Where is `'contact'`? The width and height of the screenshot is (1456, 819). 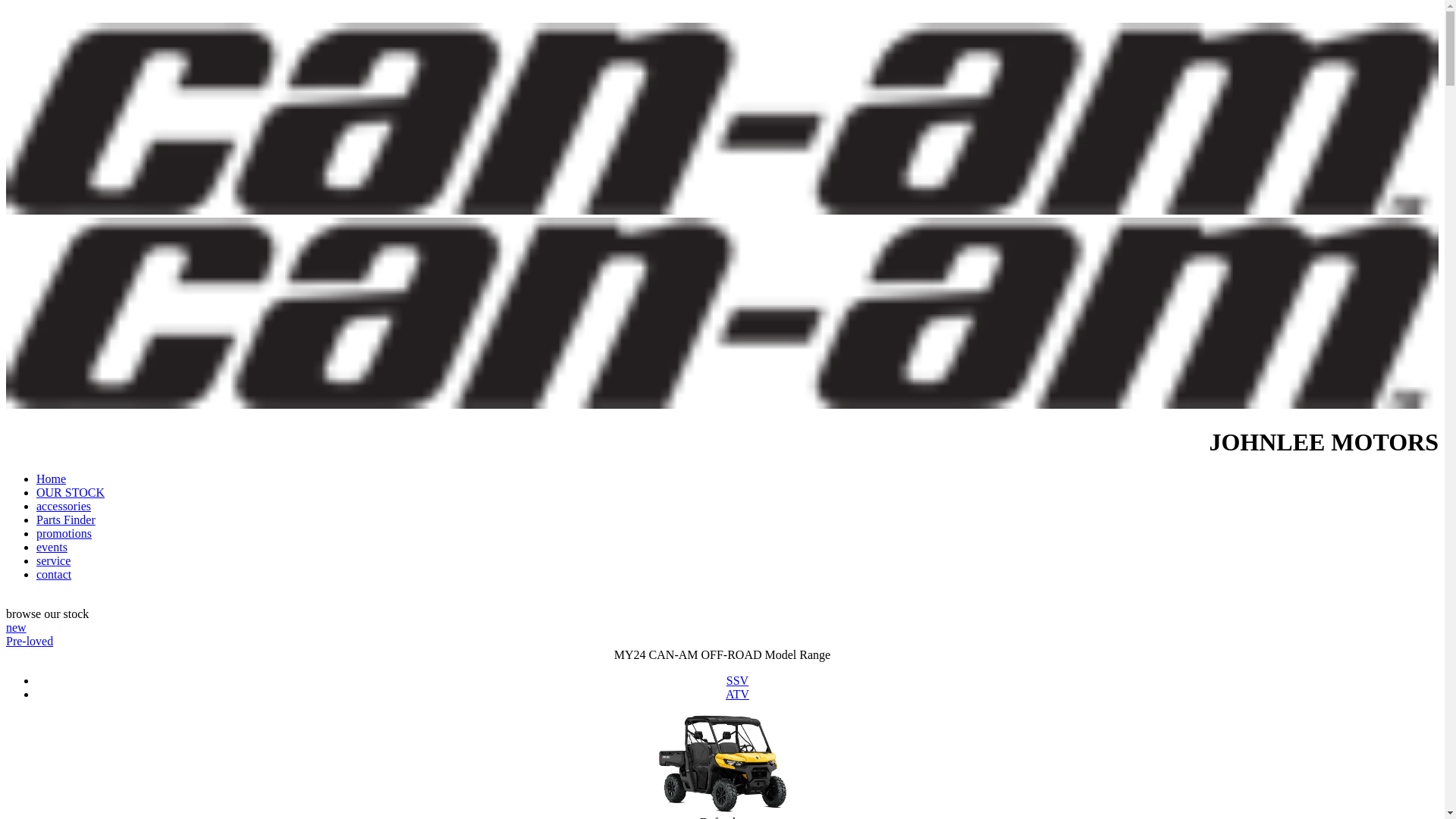 'contact' is located at coordinates (54, 574).